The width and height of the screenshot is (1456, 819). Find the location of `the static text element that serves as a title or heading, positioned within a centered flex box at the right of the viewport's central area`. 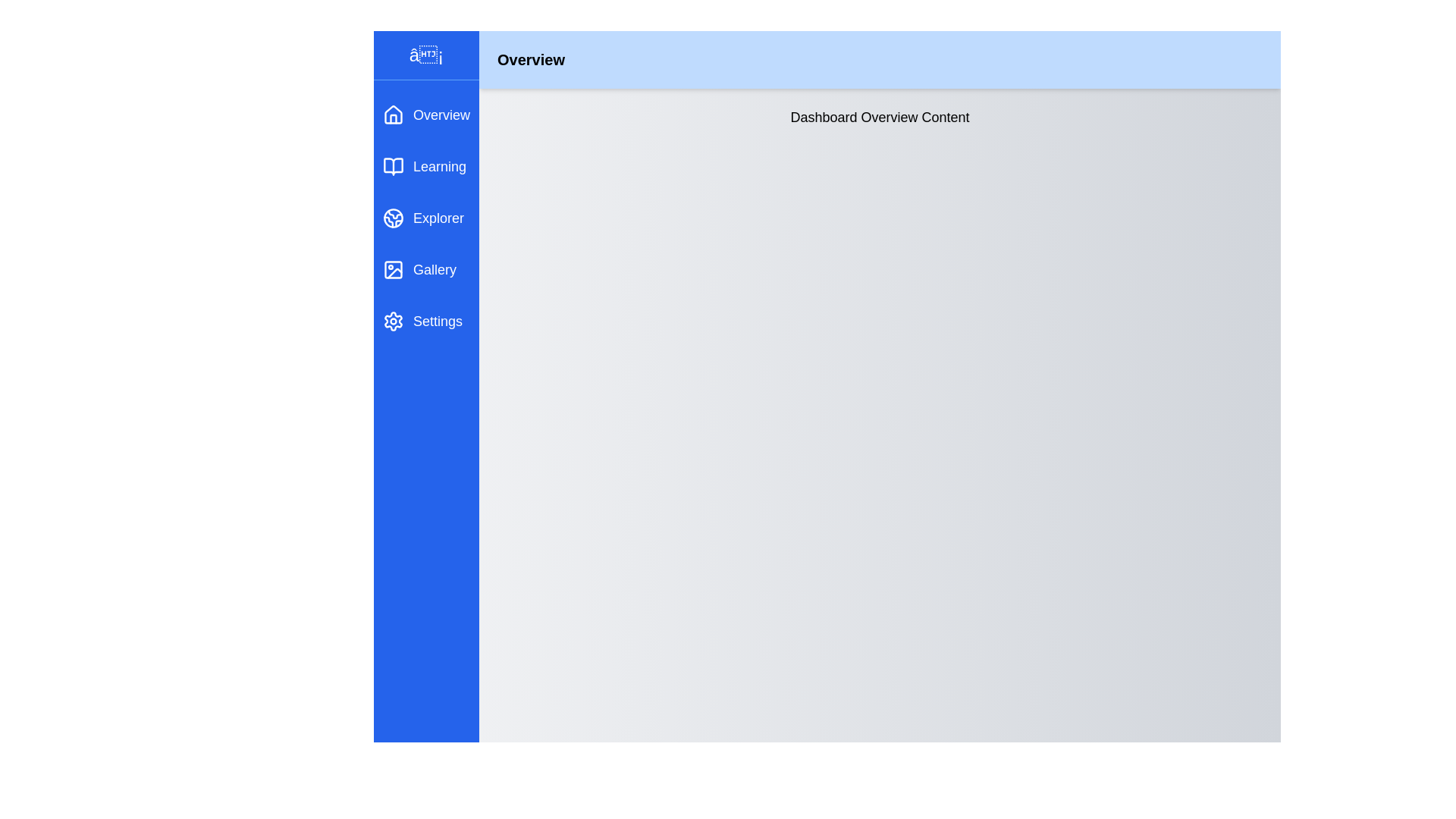

the static text element that serves as a title or heading, positioned within a centered flex box at the right of the viewport's central area is located at coordinates (880, 116).